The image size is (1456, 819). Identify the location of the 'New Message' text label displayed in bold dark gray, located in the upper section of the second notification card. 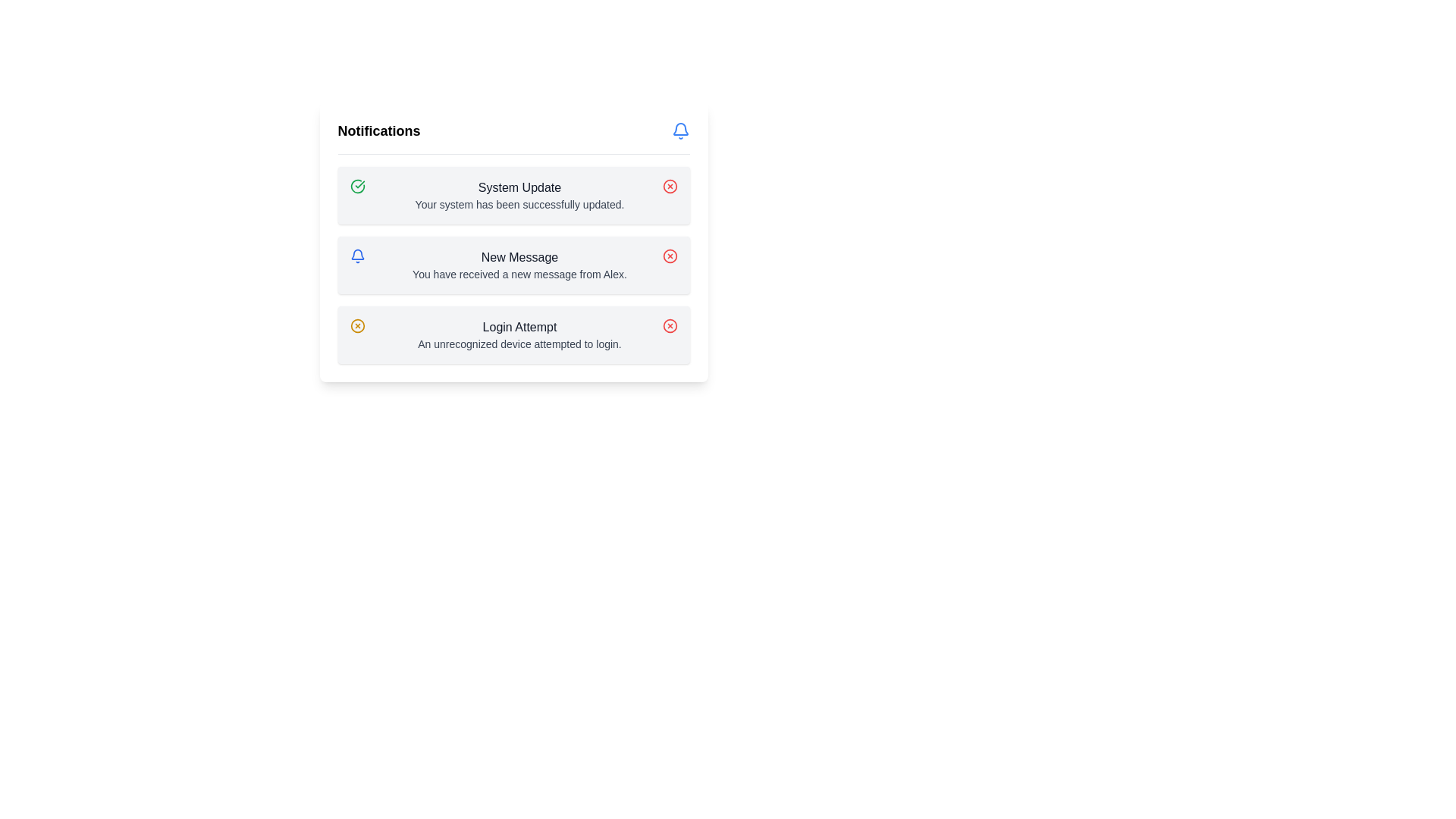
(519, 256).